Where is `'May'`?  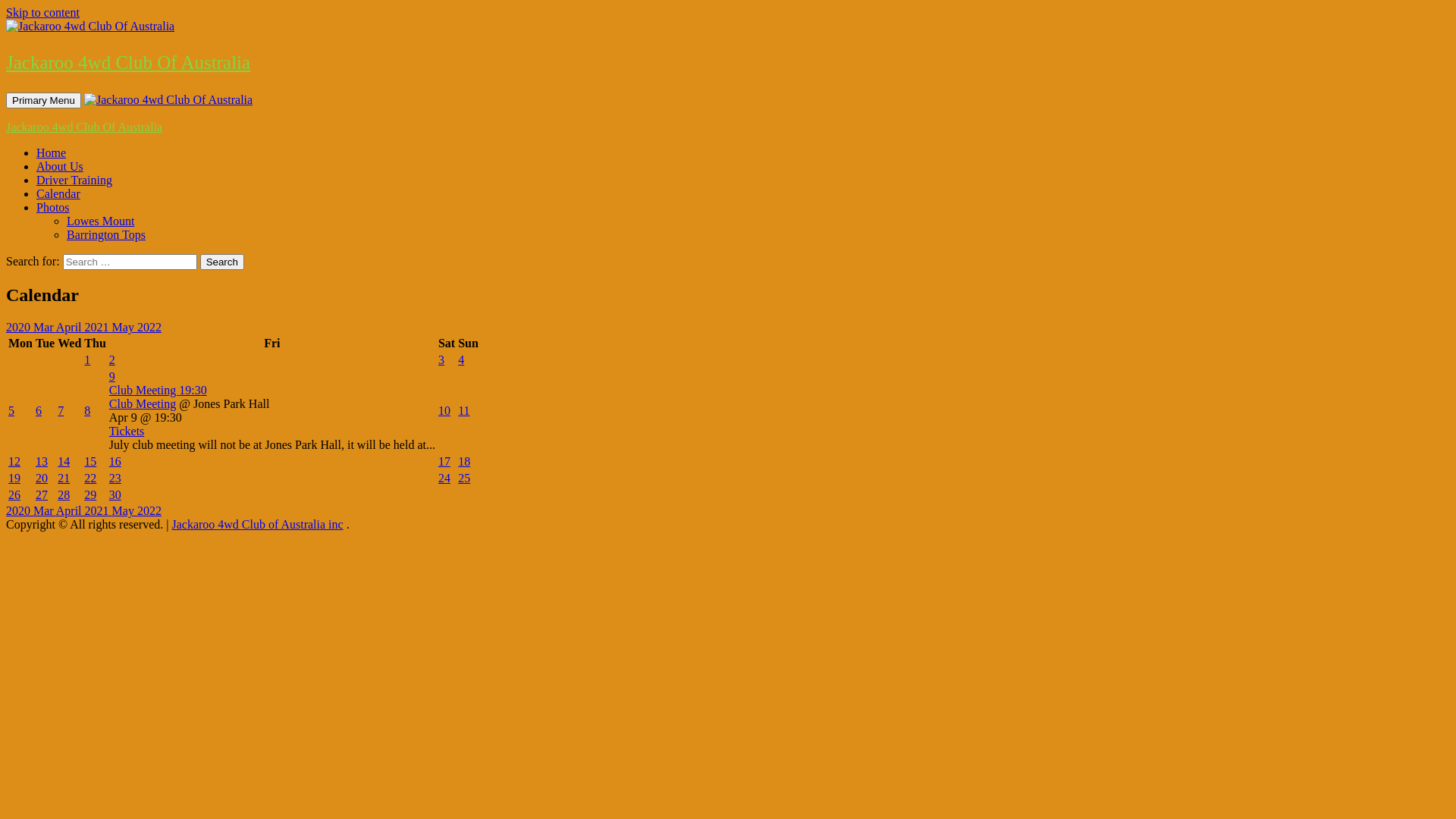
'May' is located at coordinates (124, 326).